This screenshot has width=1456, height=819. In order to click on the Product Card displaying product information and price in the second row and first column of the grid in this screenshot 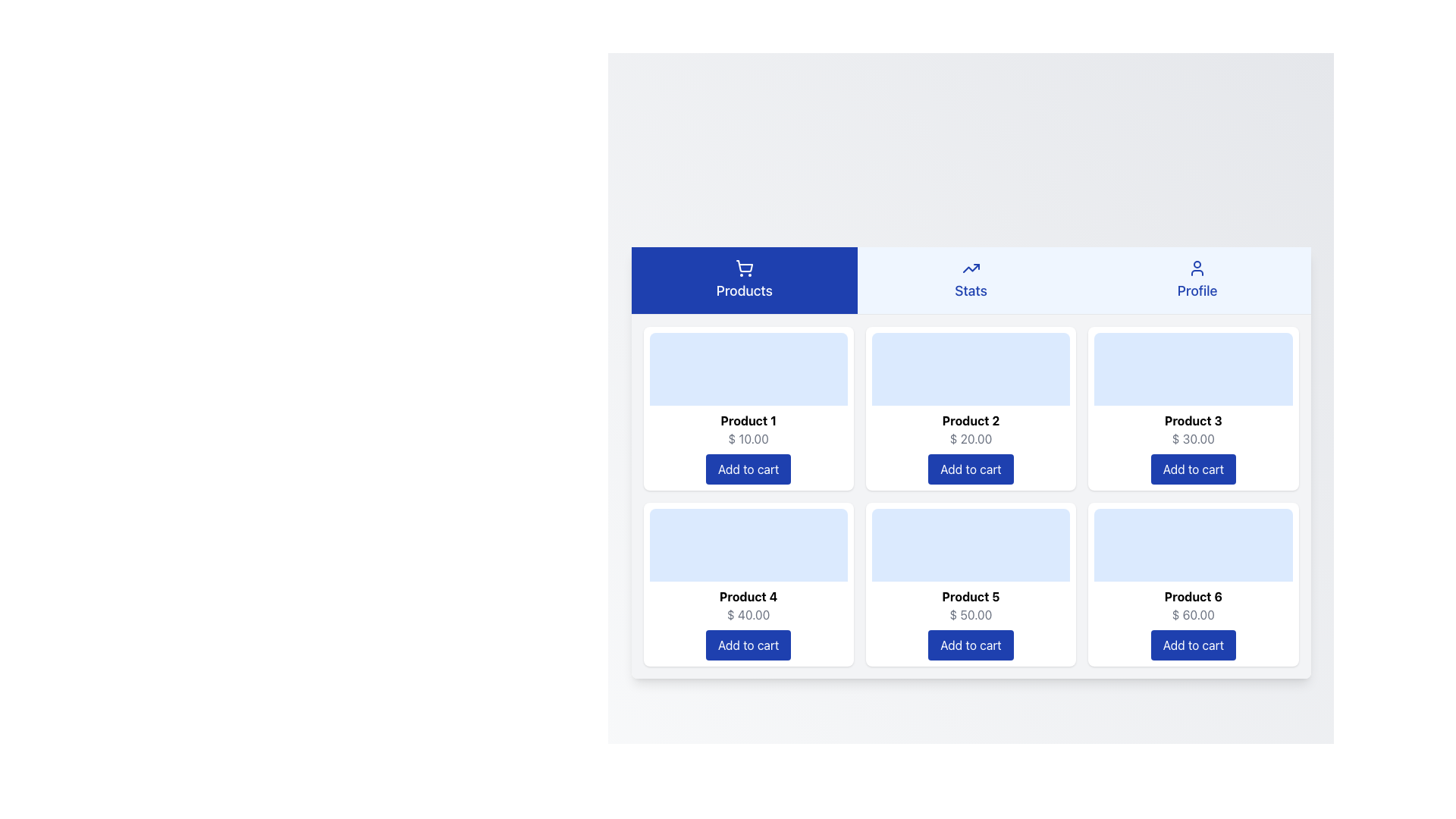, I will do `click(748, 583)`.